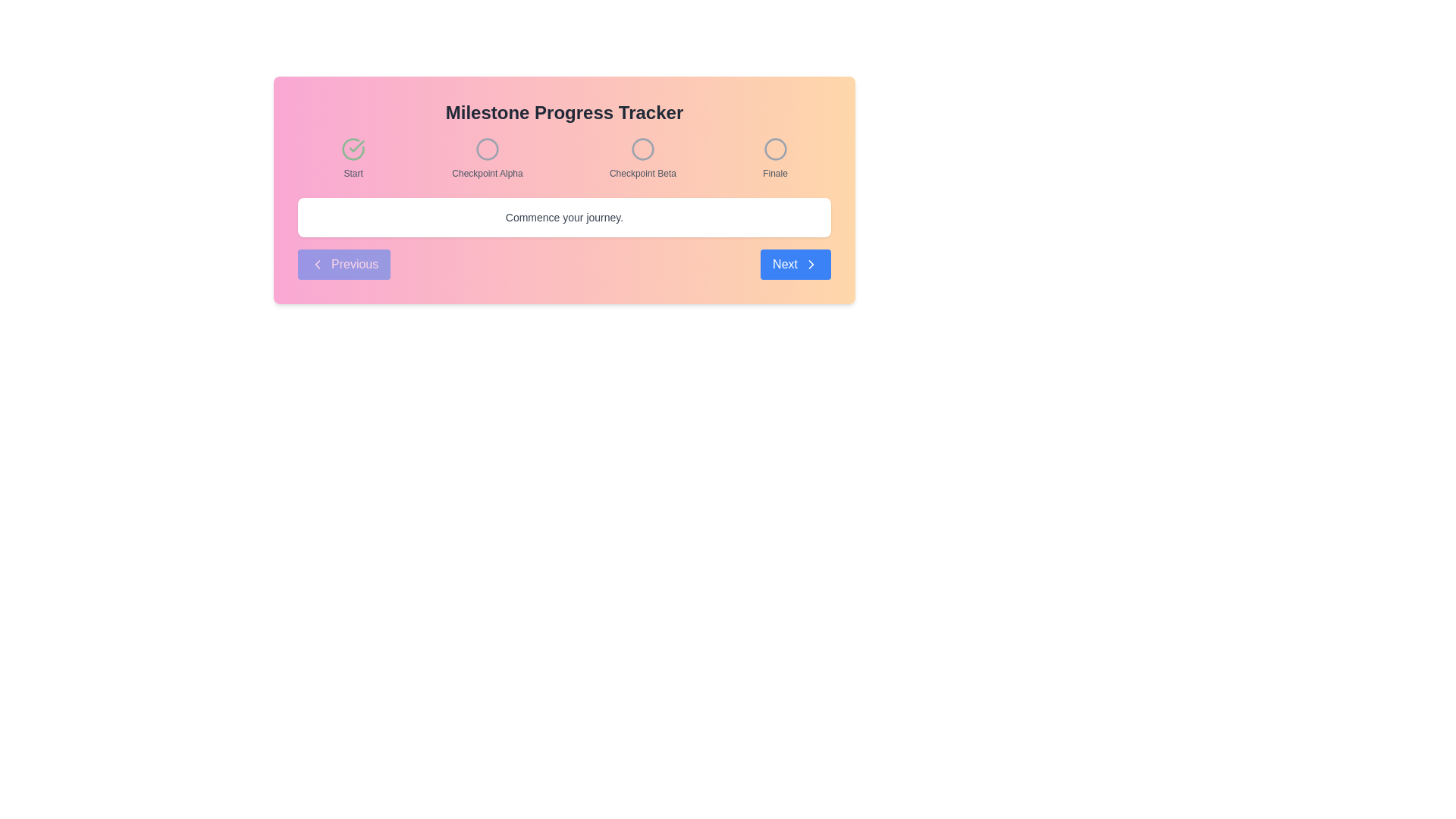 This screenshot has width=1456, height=819. What do you see at coordinates (488, 172) in the screenshot?
I see `the static text label 'Checkpoint Alpha' that indicates the second milestone checkpoint in the progress tracker` at bounding box center [488, 172].